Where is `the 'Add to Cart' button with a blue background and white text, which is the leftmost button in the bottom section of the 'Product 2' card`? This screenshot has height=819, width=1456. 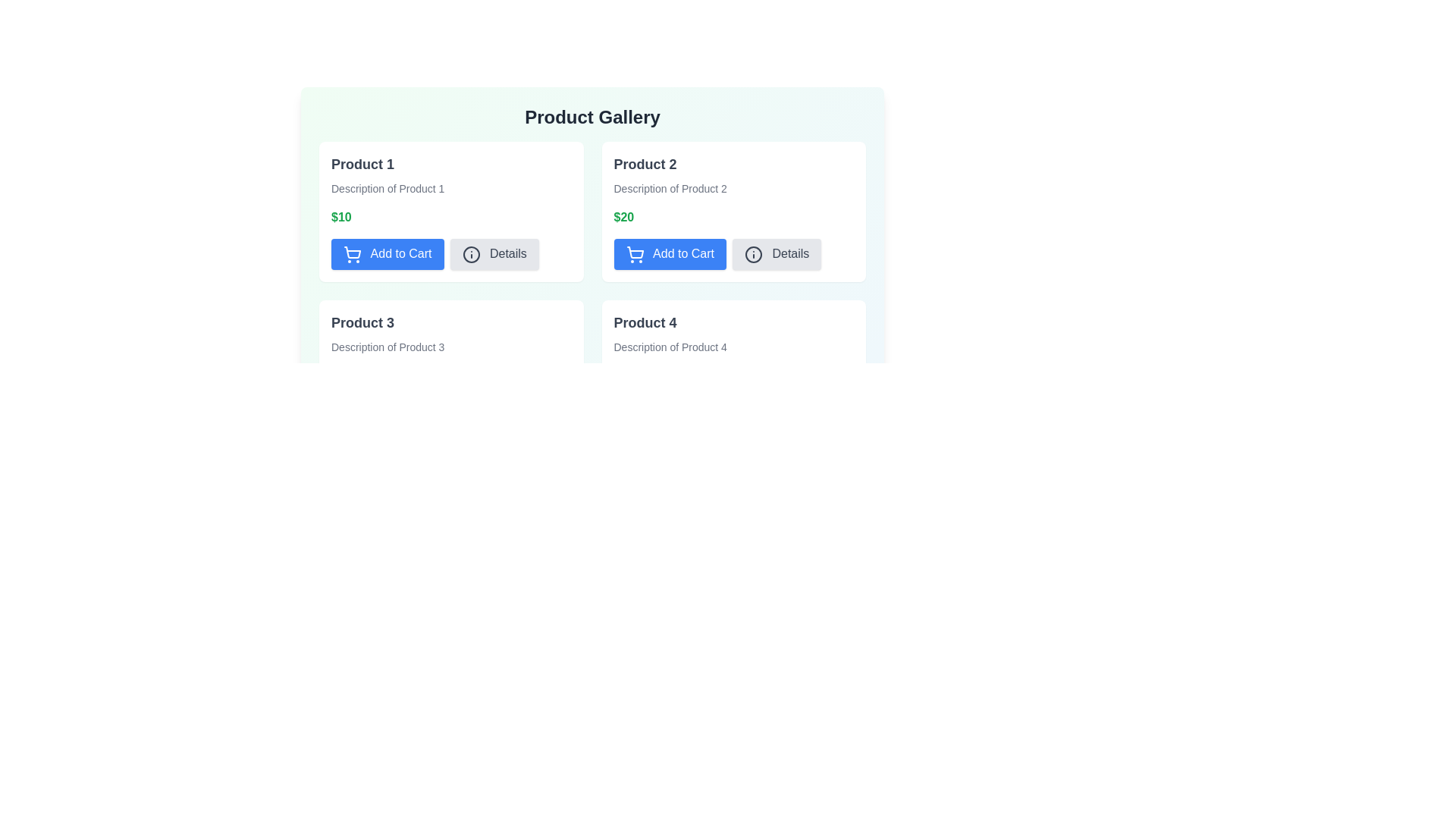 the 'Add to Cart' button with a blue background and white text, which is the leftmost button in the bottom section of the 'Product 2' card is located at coordinates (717, 253).